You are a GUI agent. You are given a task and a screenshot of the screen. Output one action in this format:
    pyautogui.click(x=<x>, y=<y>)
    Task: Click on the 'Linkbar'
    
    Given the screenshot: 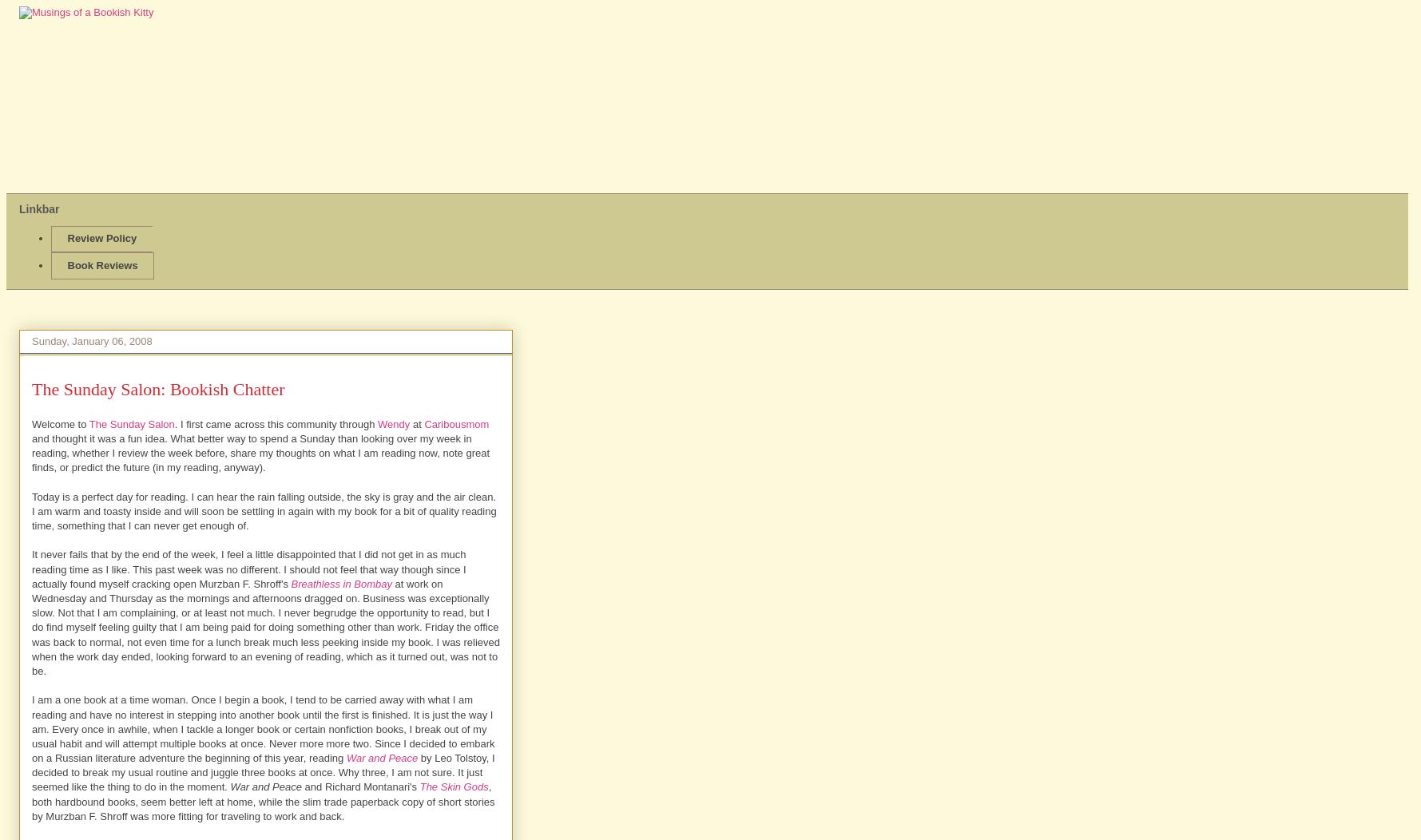 What is the action you would take?
    pyautogui.click(x=19, y=208)
    